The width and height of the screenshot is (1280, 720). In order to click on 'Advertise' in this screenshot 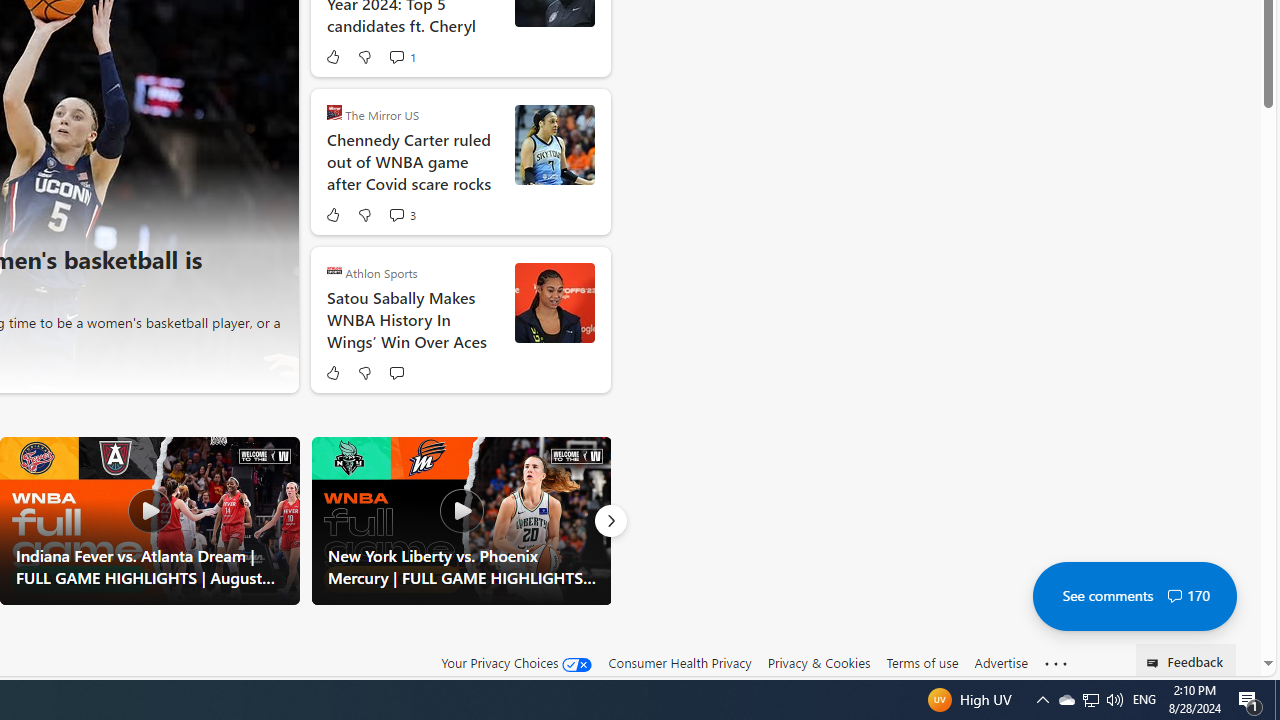, I will do `click(1000, 662)`.